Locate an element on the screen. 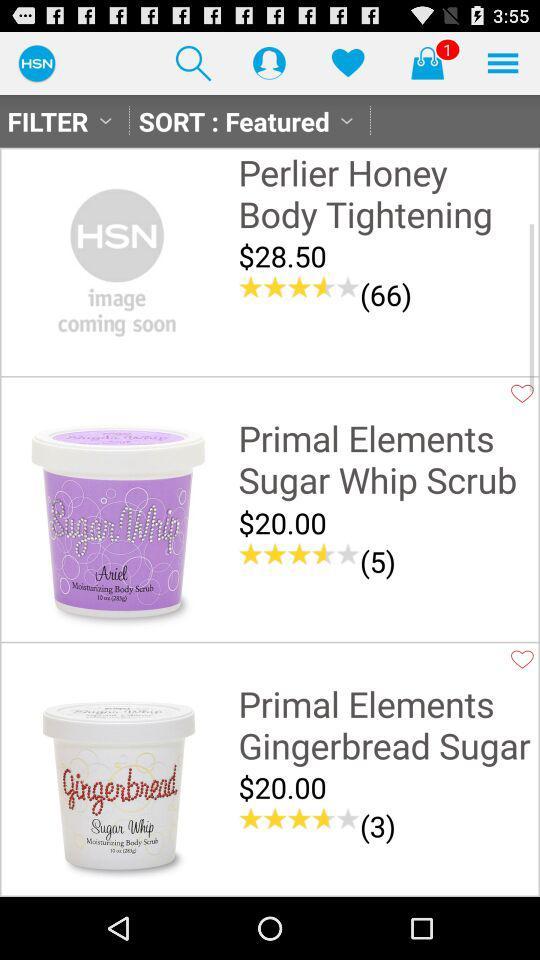 This screenshot has height=960, width=540. icon at the center is located at coordinates (298, 554).